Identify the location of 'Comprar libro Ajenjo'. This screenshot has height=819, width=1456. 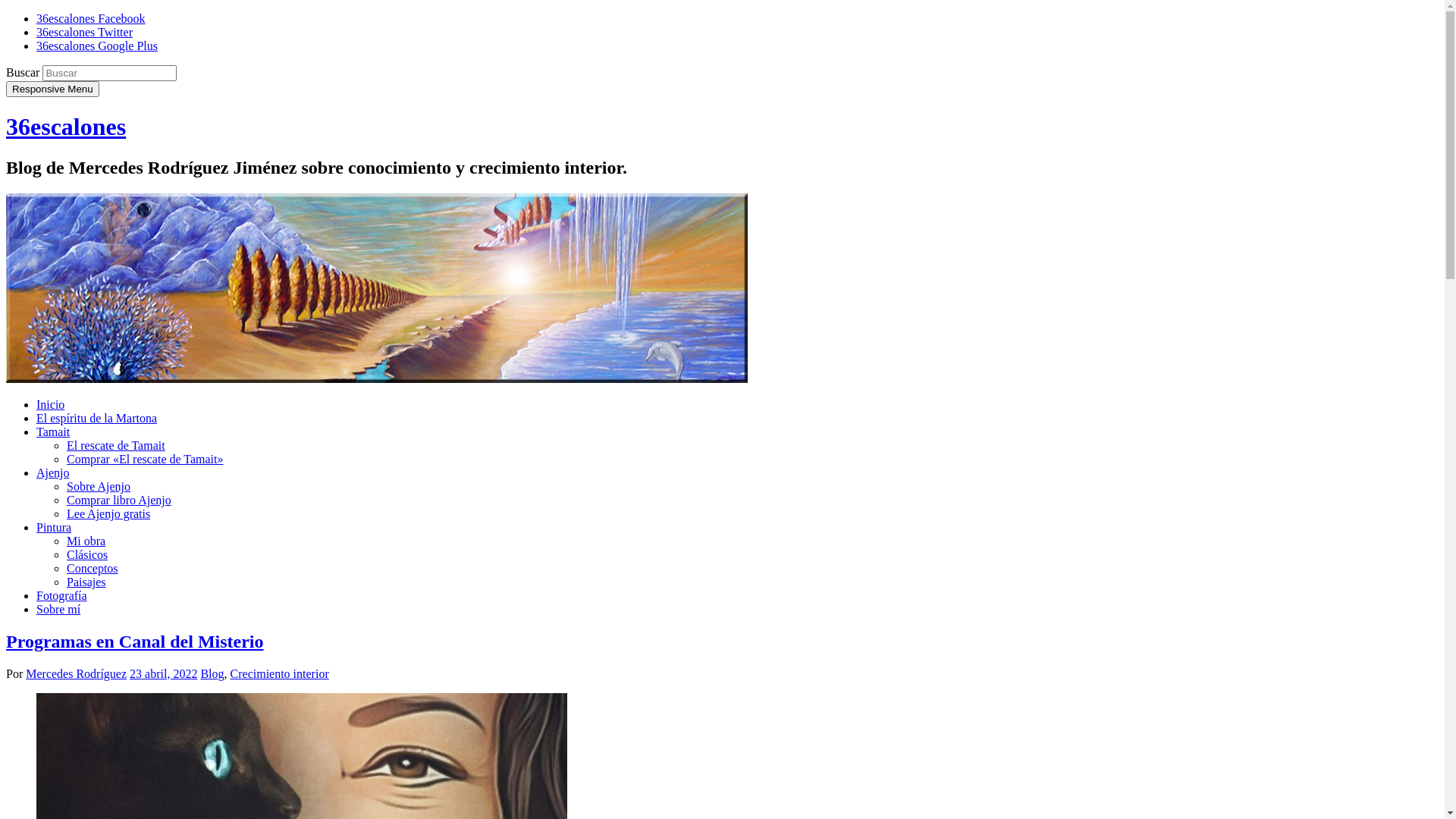
(118, 500).